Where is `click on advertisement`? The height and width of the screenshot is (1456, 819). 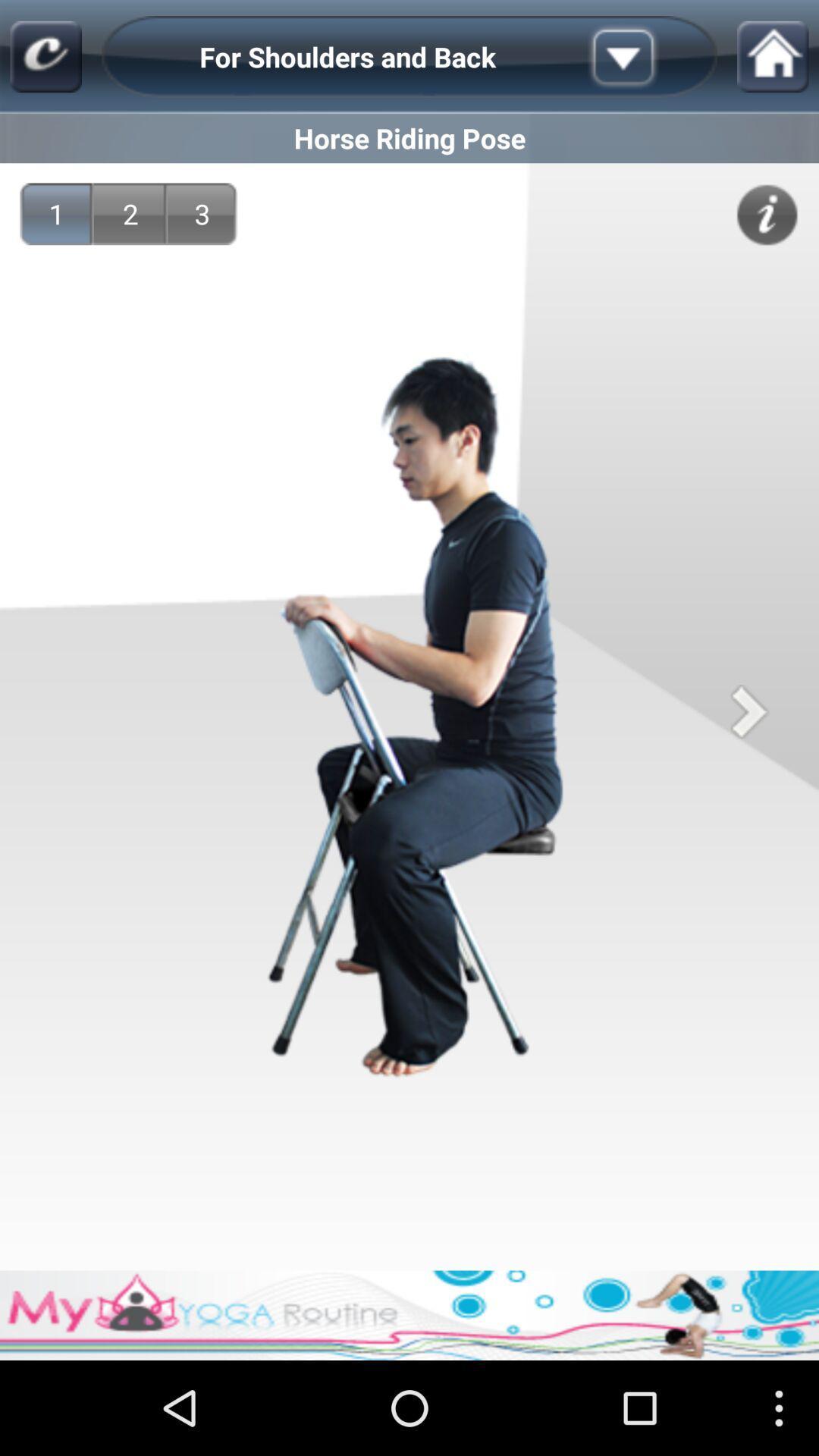 click on advertisement is located at coordinates (409, 1314).